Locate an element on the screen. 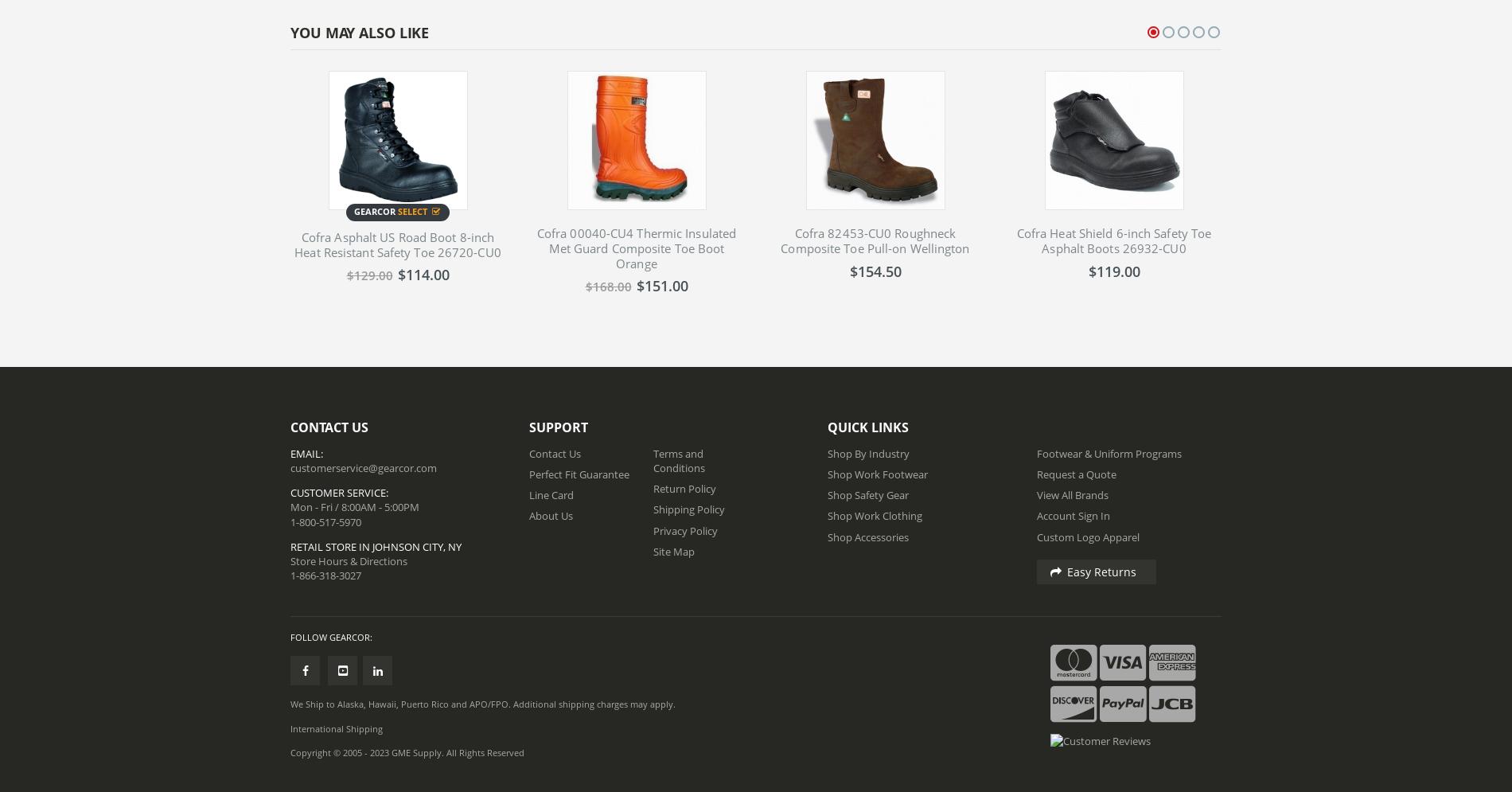 This screenshot has width=1512, height=792. 'to Alaska, Hawaii, Puerto Rico and APO/FPO. 
					Additional shipping charges may apply.' is located at coordinates (499, 702).